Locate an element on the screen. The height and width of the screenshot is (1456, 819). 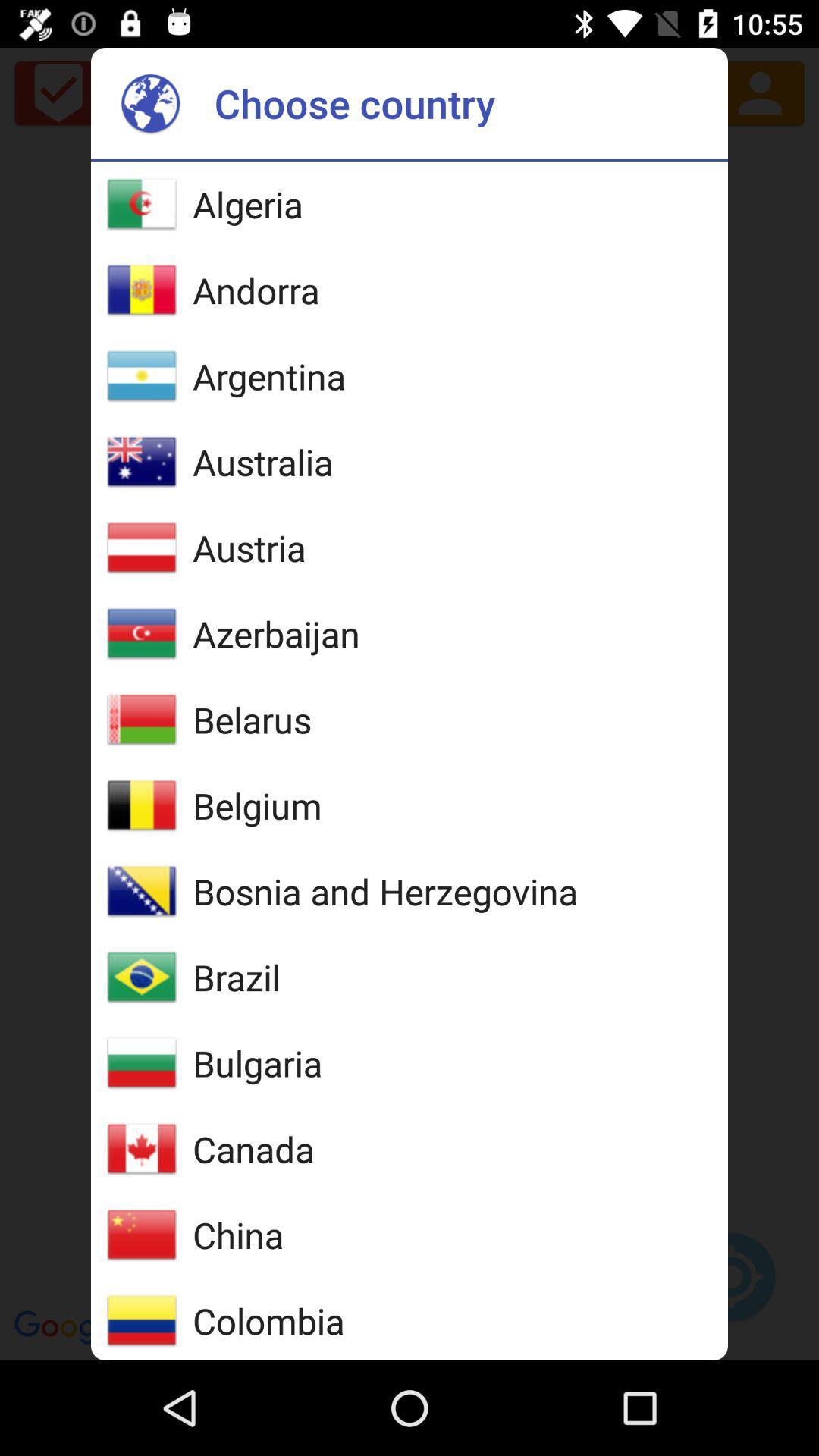
item above bulgaria item is located at coordinates (237, 977).